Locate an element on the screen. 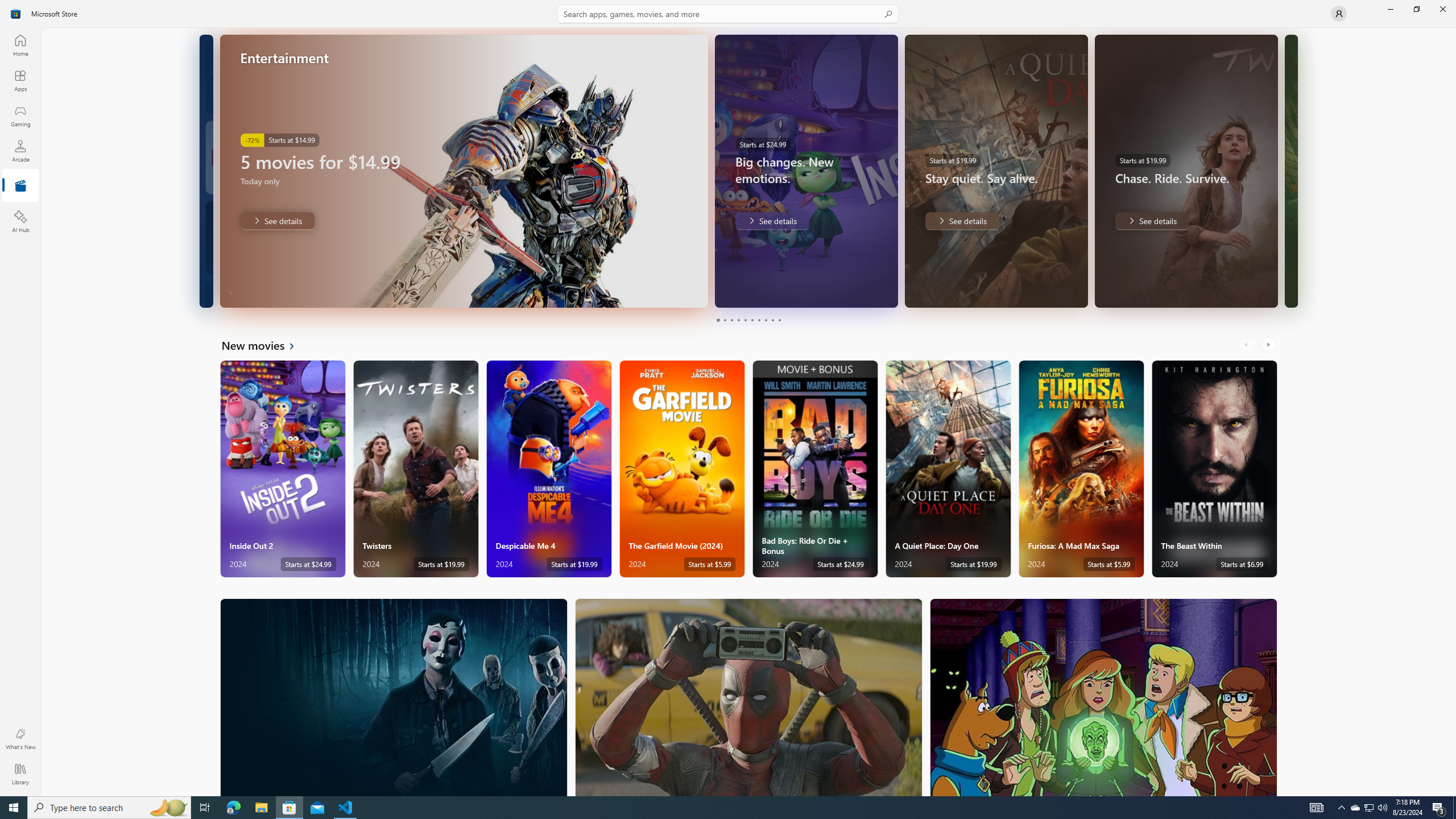 The image size is (1456, 819). 'What' is located at coordinates (19, 738).